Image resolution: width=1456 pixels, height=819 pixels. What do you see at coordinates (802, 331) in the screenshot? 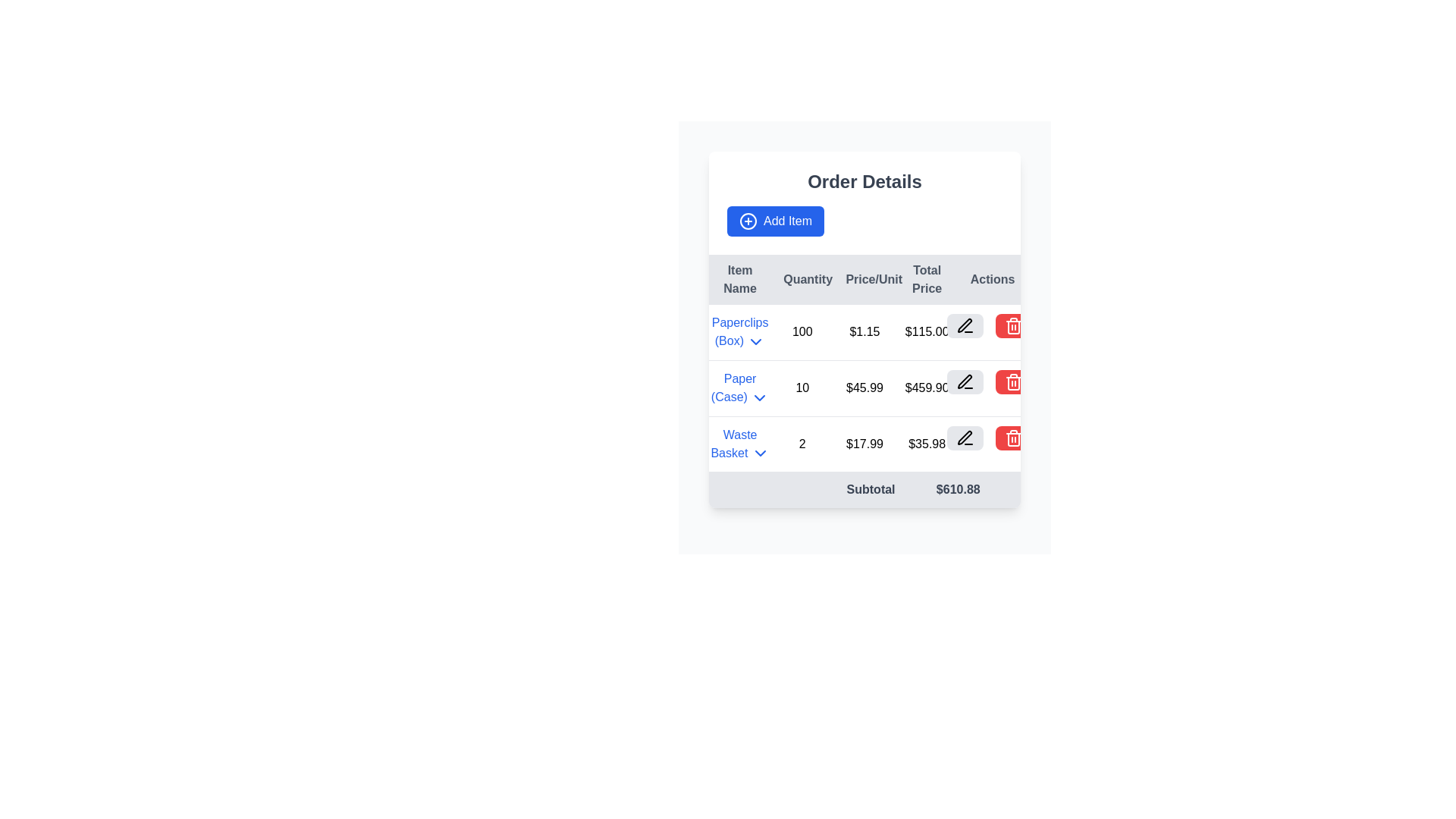
I see `the static text display showing the number '100' in the 'Order Details' section, located between 'Paperclips (Box)' and '$1.15'` at bounding box center [802, 331].